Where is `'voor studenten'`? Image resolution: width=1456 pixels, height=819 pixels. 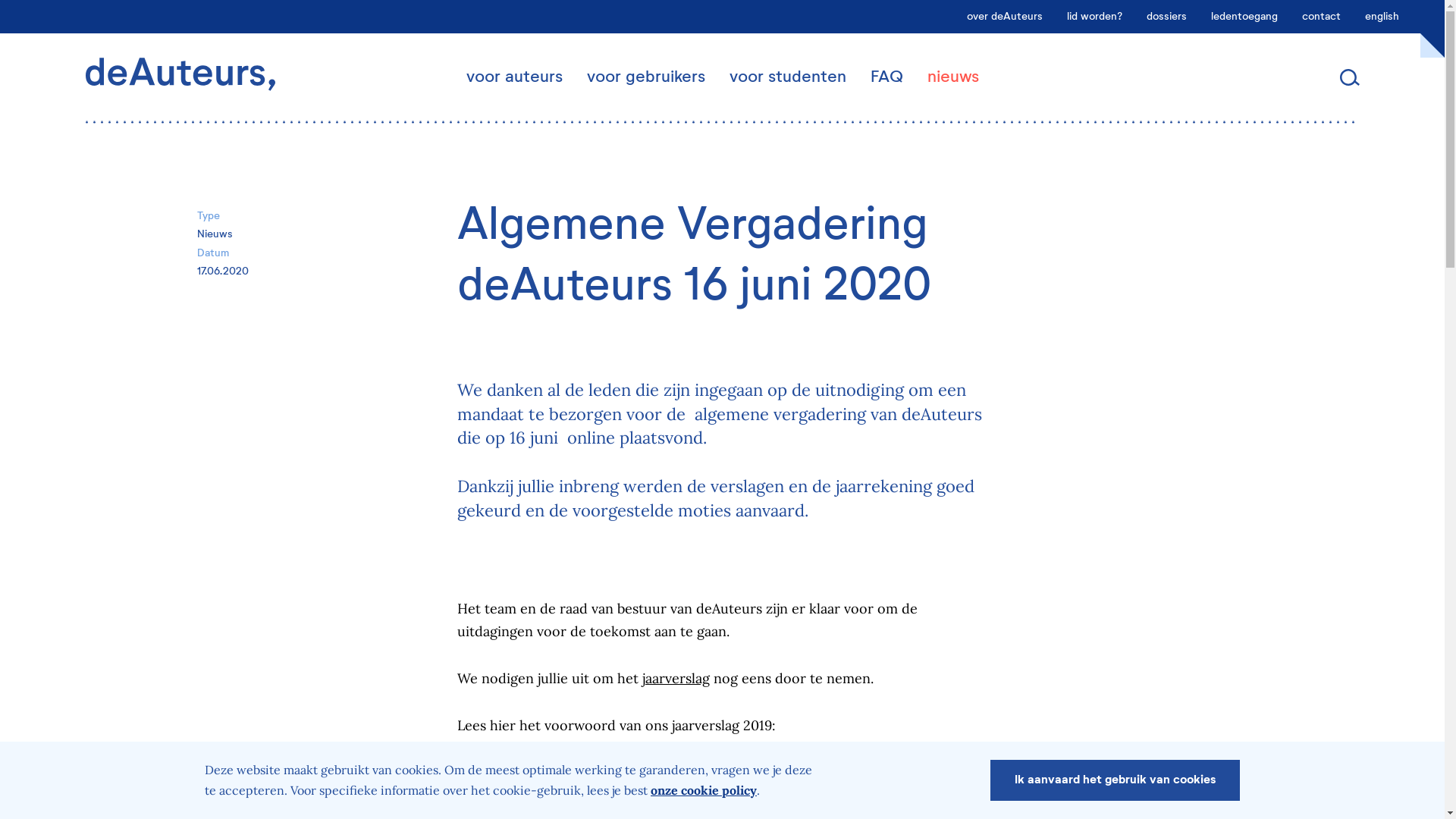 'voor studenten' is located at coordinates (787, 77).